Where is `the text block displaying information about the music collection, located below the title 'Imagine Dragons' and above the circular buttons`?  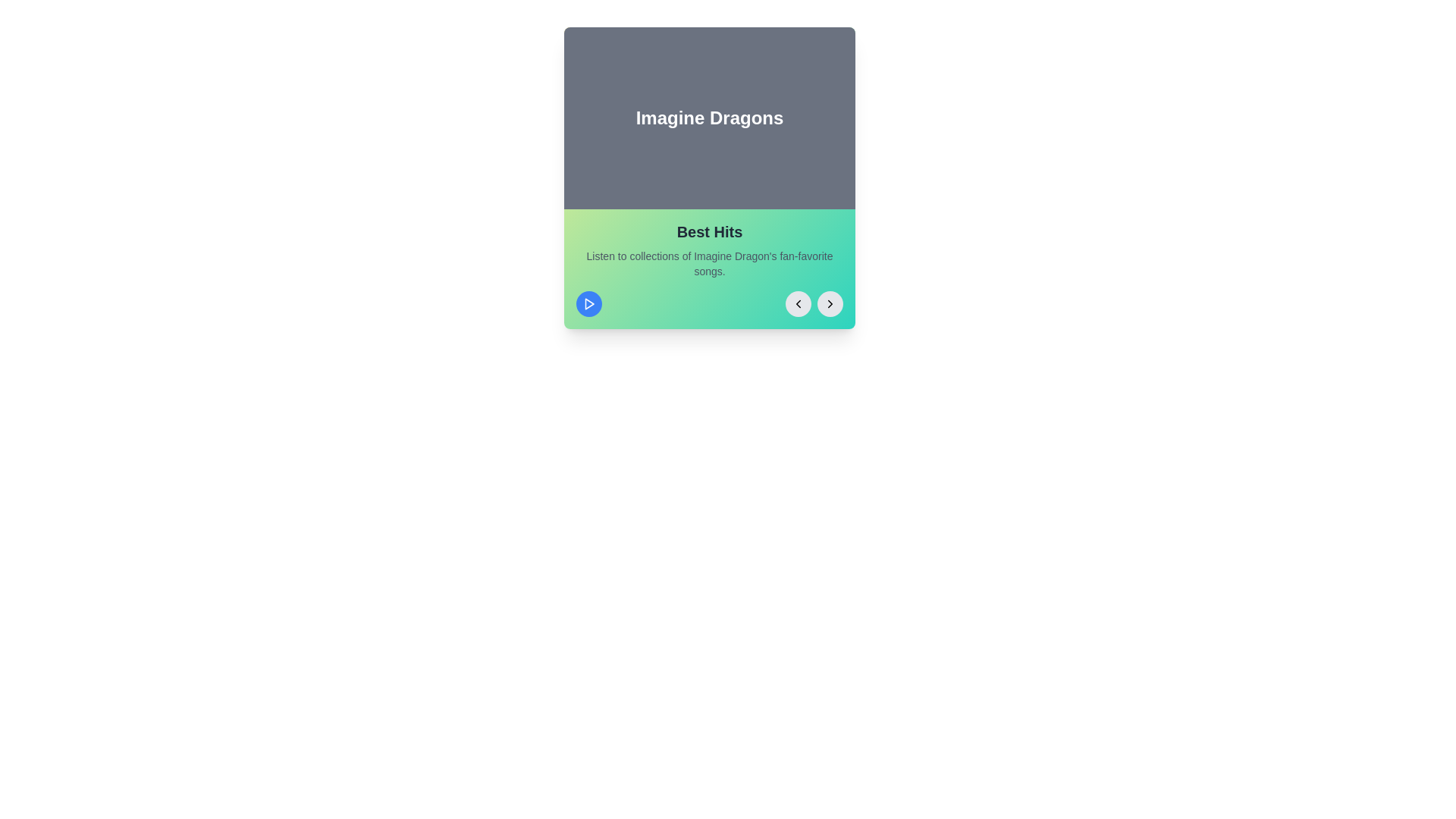
the text block displaying information about the music collection, located below the title 'Imagine Dragons' and above the circular buttons is located at coordinates (709, 268).